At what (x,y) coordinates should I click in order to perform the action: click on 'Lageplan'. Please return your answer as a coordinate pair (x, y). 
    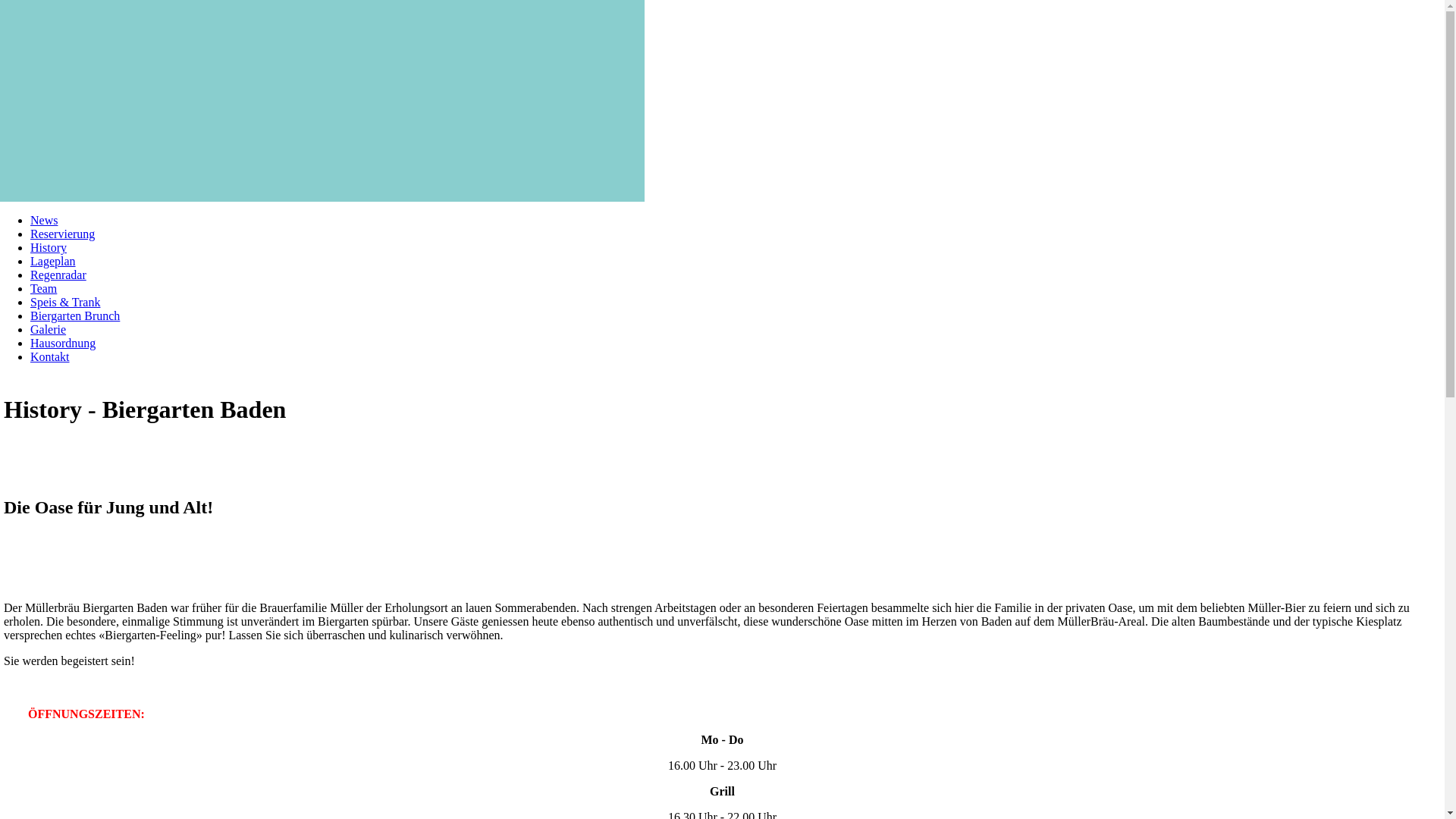
    Looking at the image, I should click on (30, 260).